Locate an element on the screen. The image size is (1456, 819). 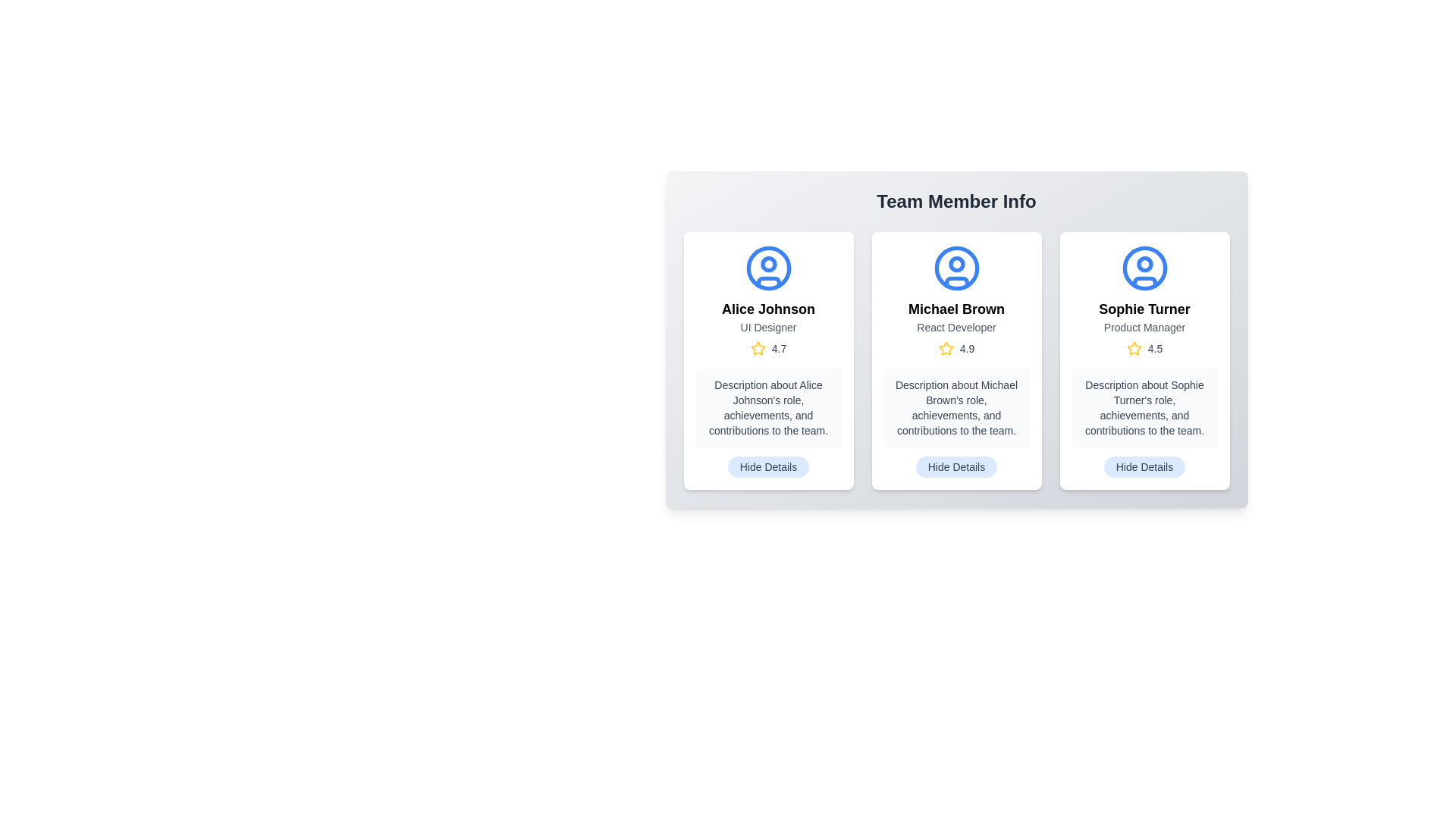
rating value from the yellow star icon with the text '4.9' located in the middle card beneath the name 'Michael Brown' is located at coordinates (955, 348).